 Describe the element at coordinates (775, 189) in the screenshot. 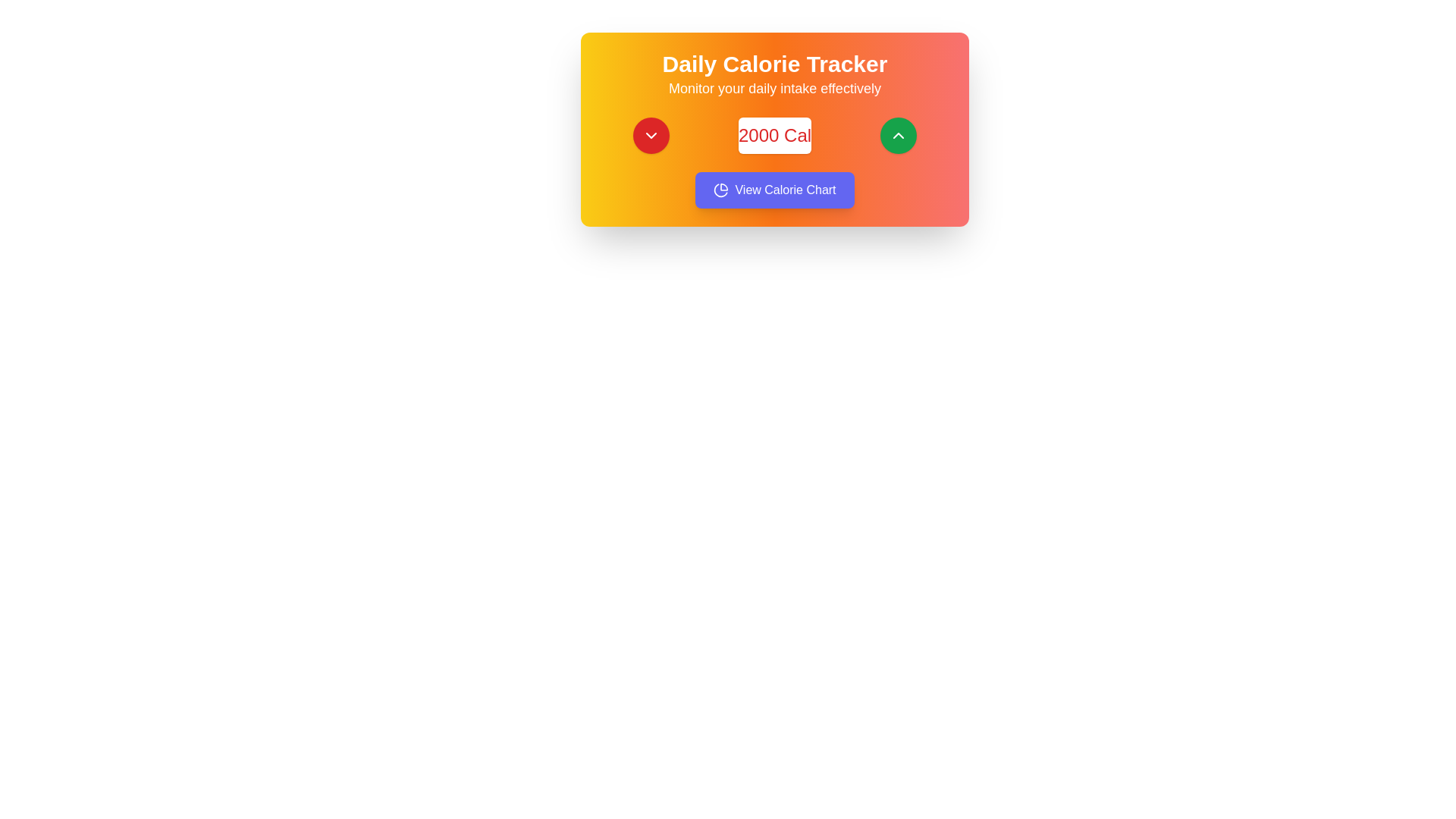

I see `the prominent rectangular button with a bold purple background and white text labeled 'View Calorie Chart', featuring a pie chart icon on the left` at that location.